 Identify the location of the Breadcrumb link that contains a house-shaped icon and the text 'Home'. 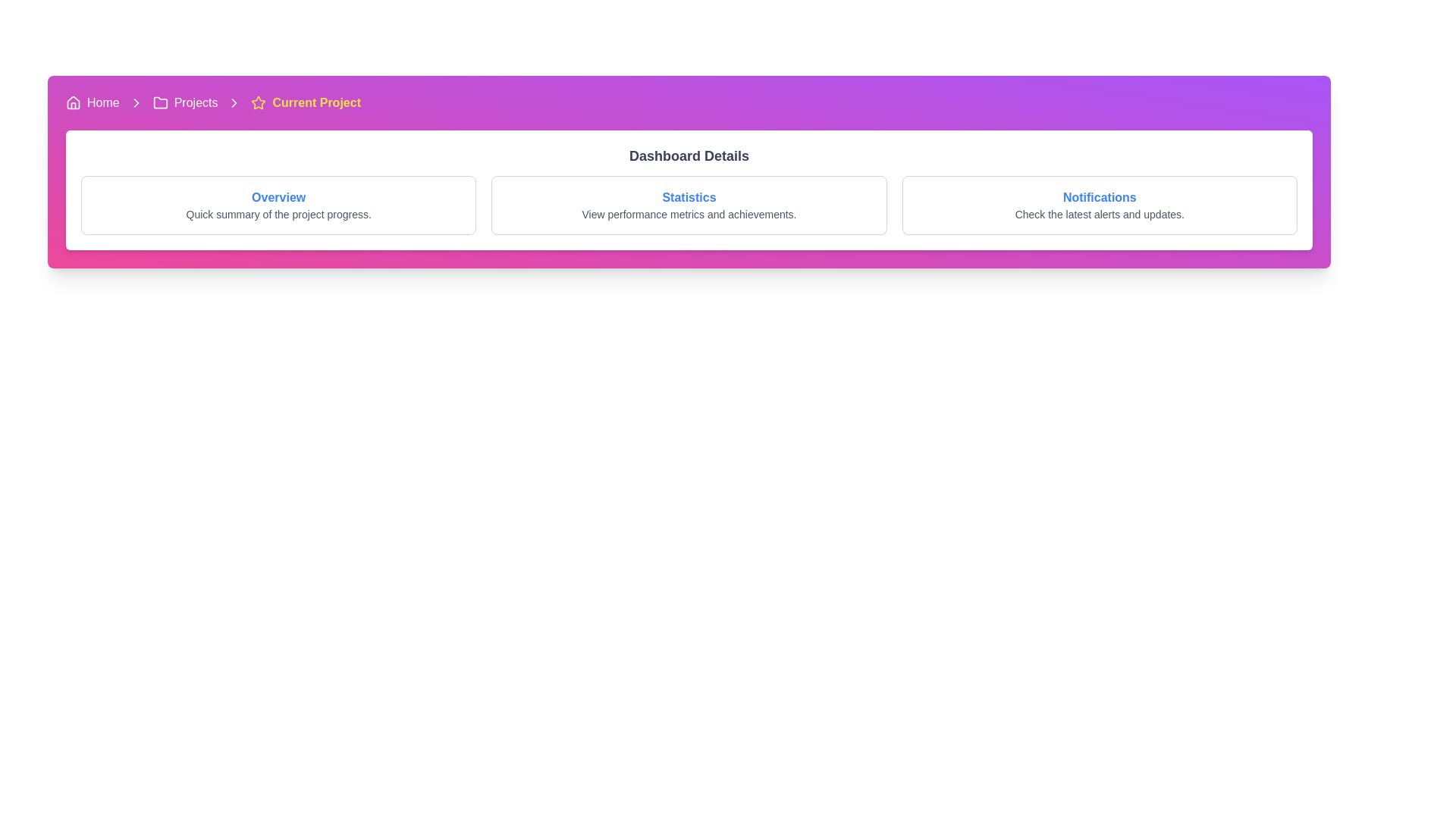
(92, 102).